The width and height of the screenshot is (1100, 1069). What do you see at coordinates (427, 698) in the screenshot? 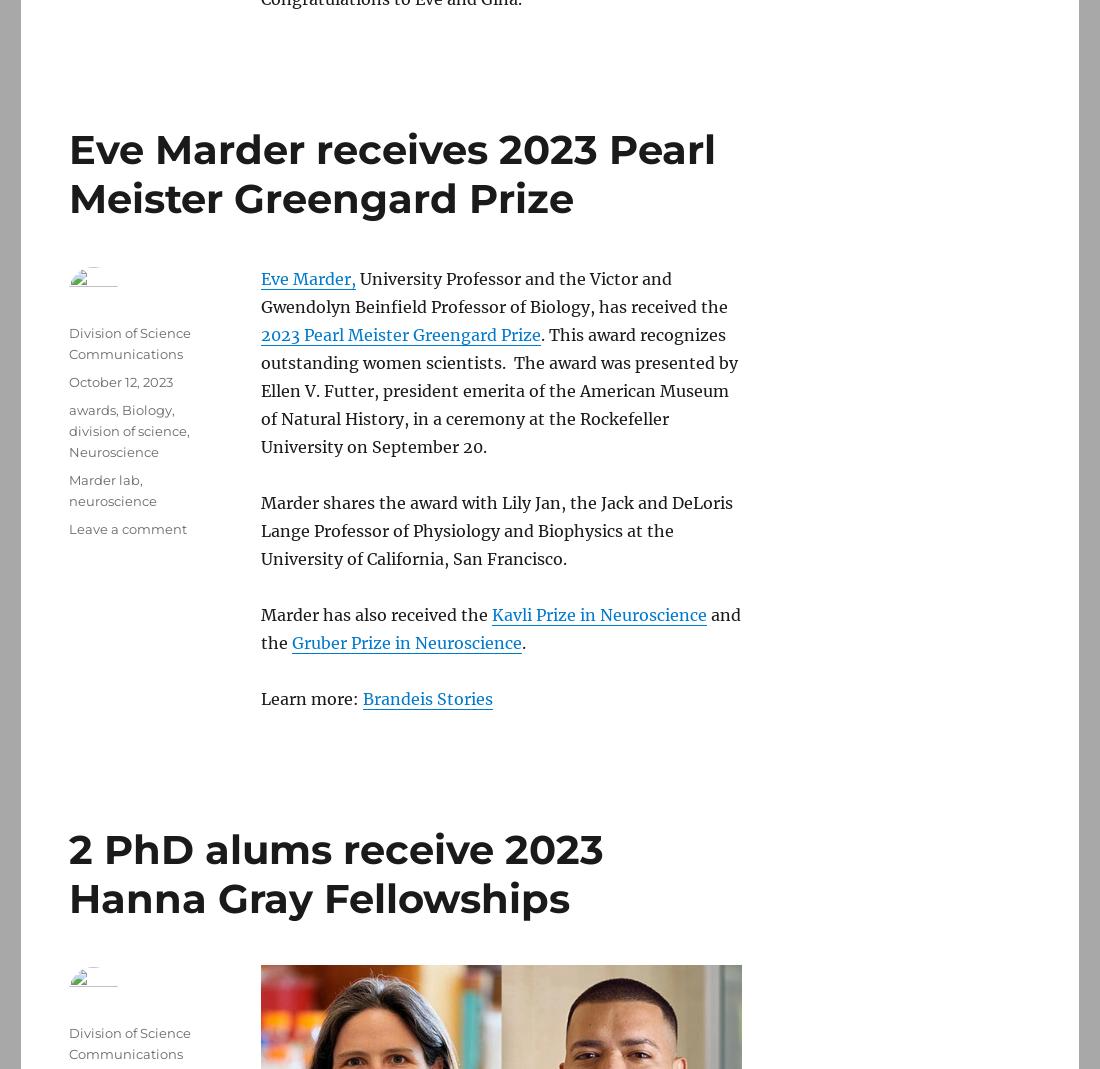
I see `'Brandeis Stories'` at bounding box center [427, 698].